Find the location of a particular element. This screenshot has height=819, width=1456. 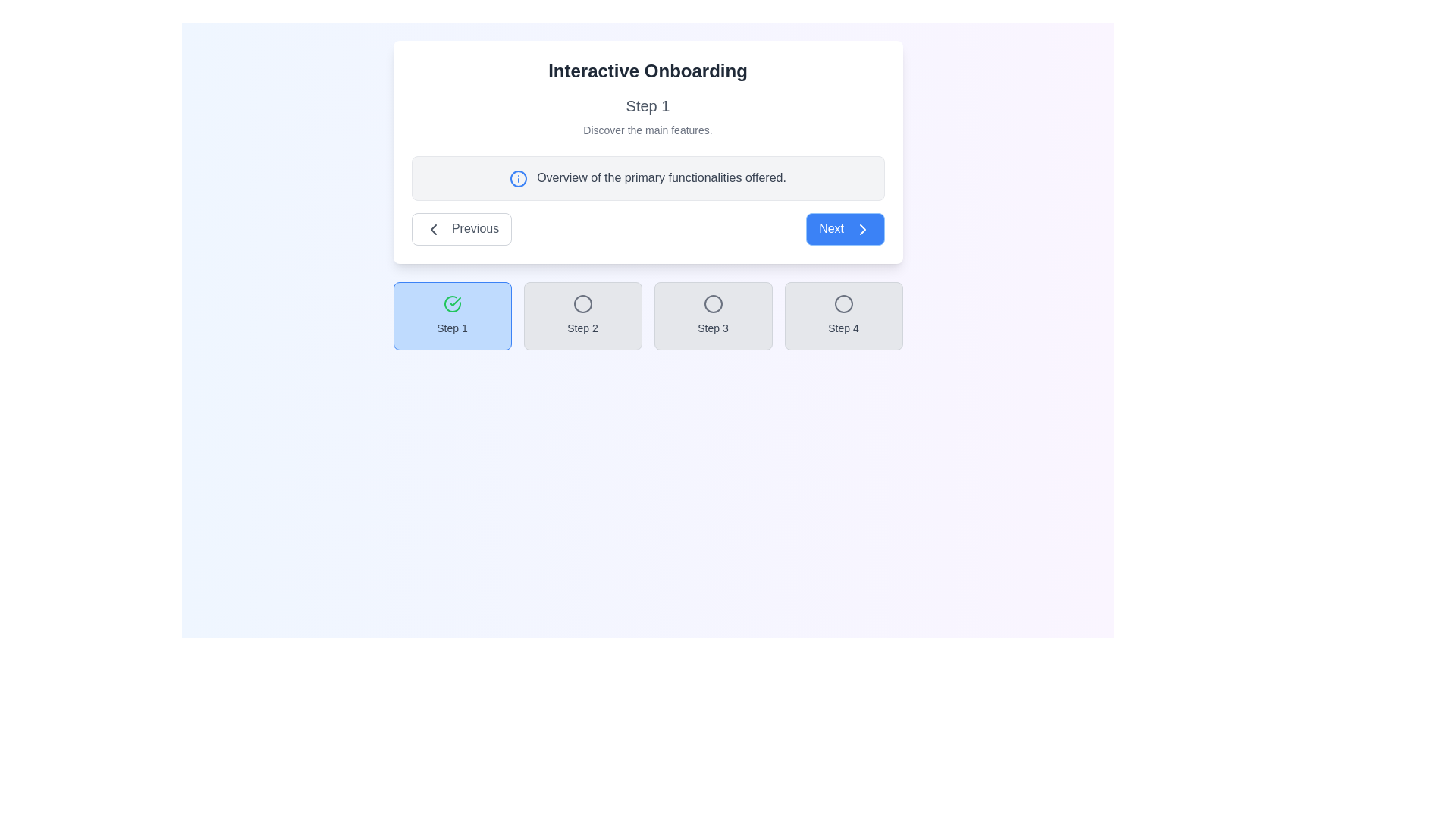

the second navigation button on the right side below the instructional text is located at coordinates (844, 229).